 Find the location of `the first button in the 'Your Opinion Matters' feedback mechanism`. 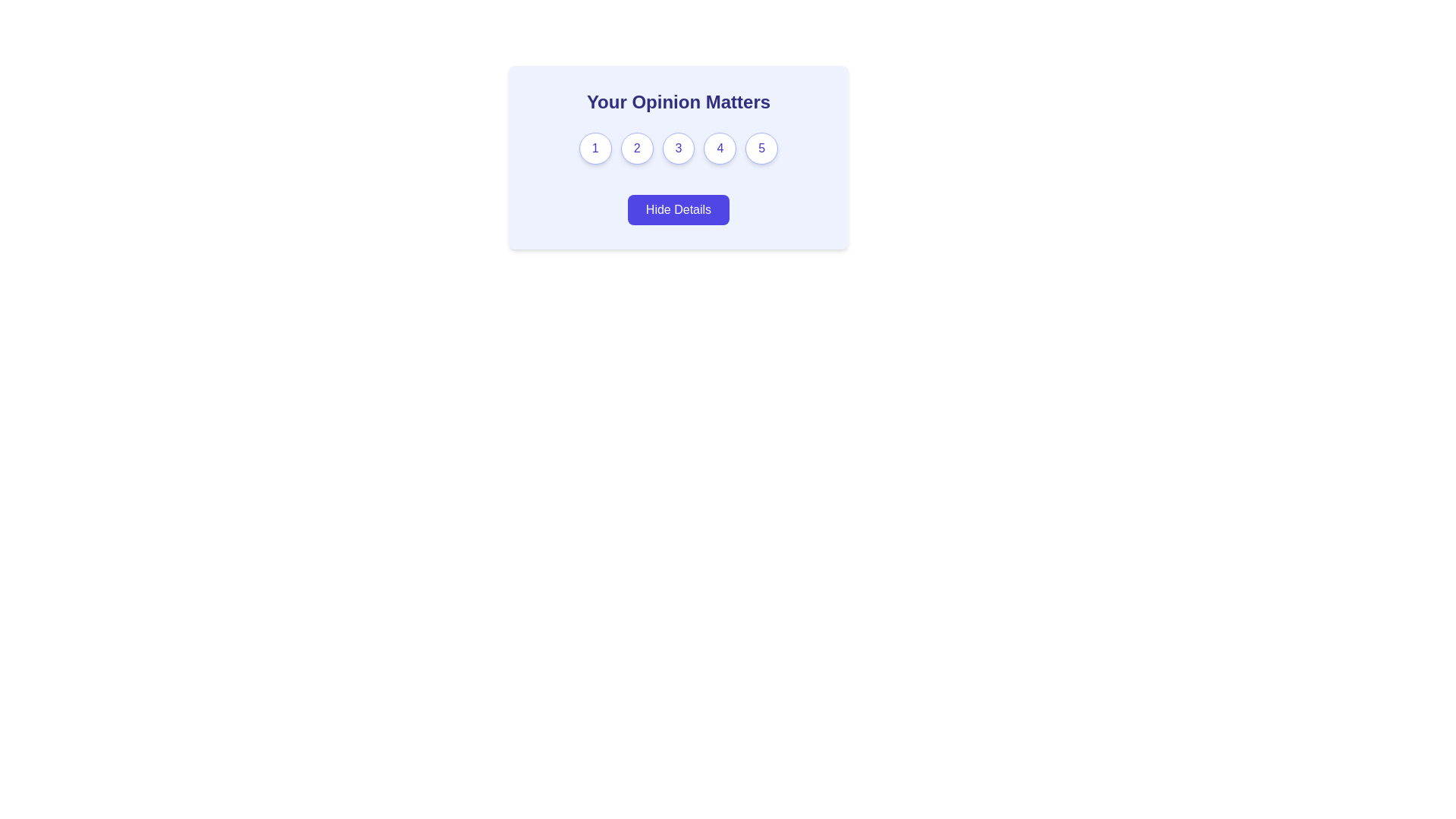

the first button in the 'Your Opinion Matters' feedback mechanism is located at coordinates (595, 149).